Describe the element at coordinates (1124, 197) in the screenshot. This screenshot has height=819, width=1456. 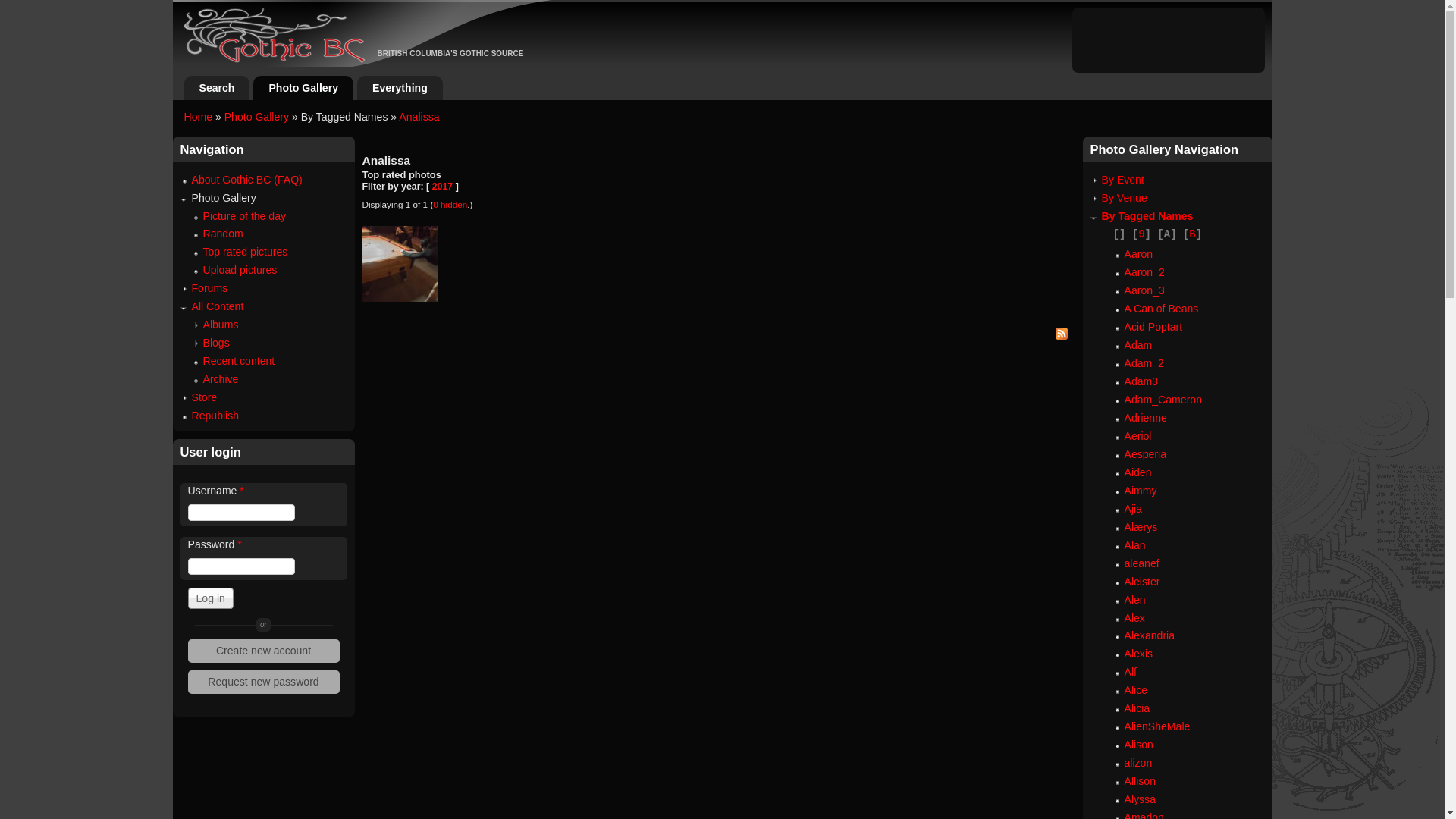
I see `'By Venue'` at that location.